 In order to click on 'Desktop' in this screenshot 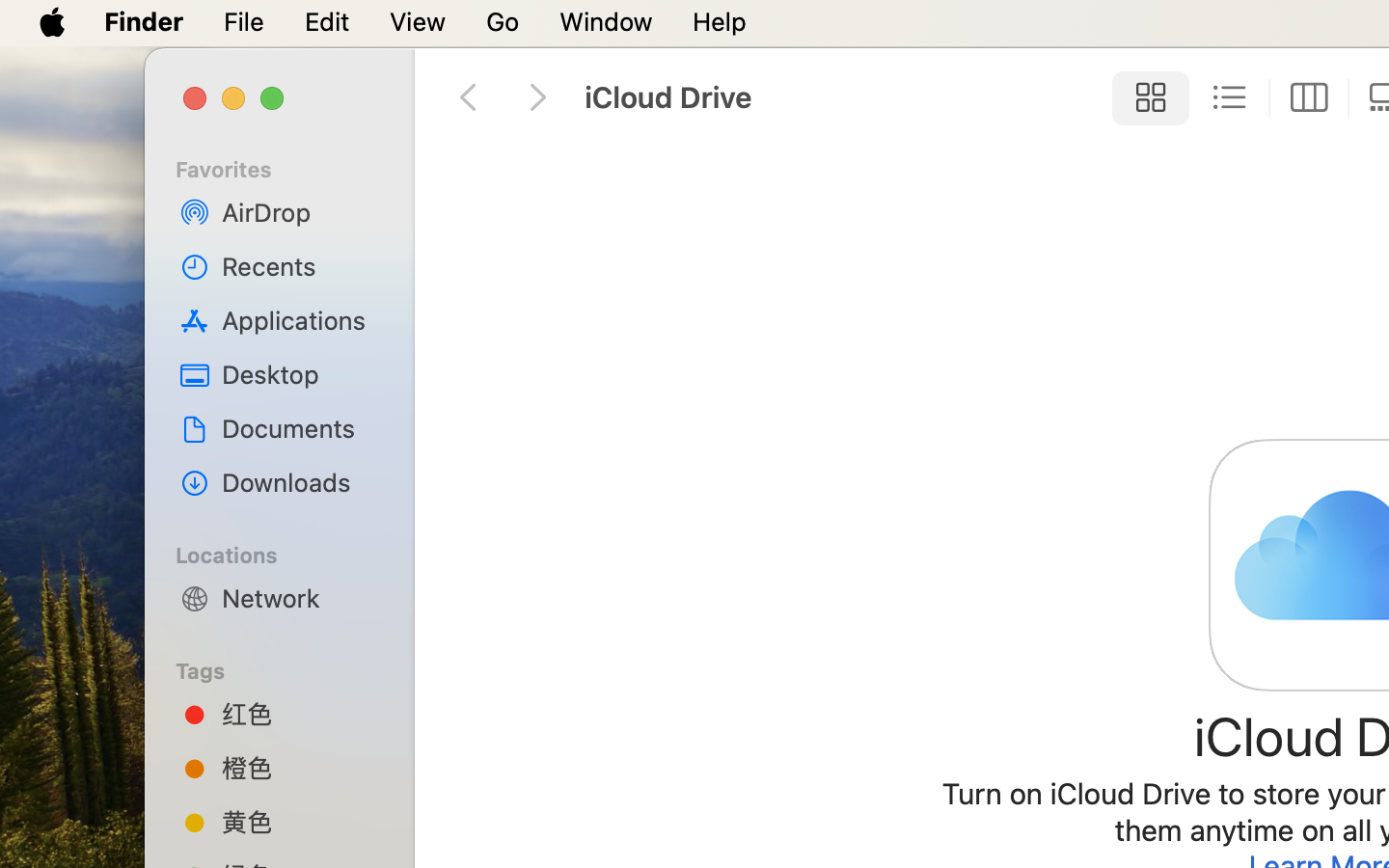, I will do `click(300, 373)`.